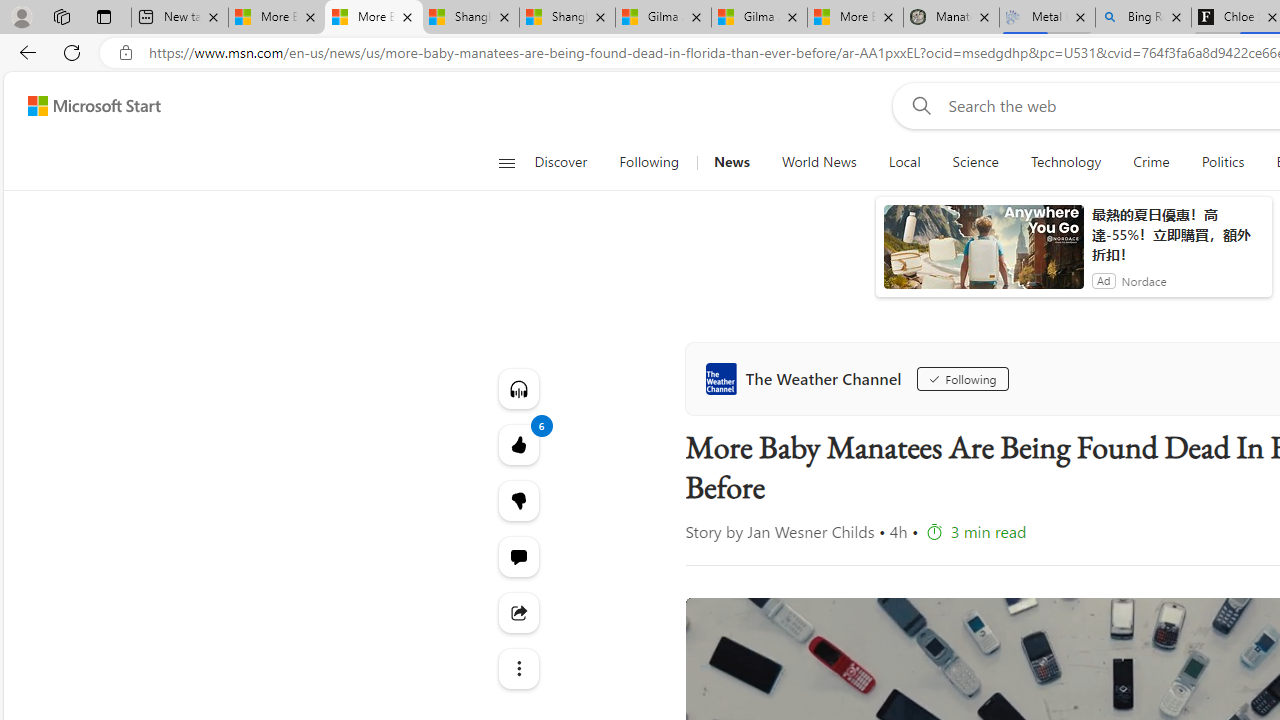  Describe the element at coordinates (86, 105) in the screenshot. I see `'Skip to content'` at that location.